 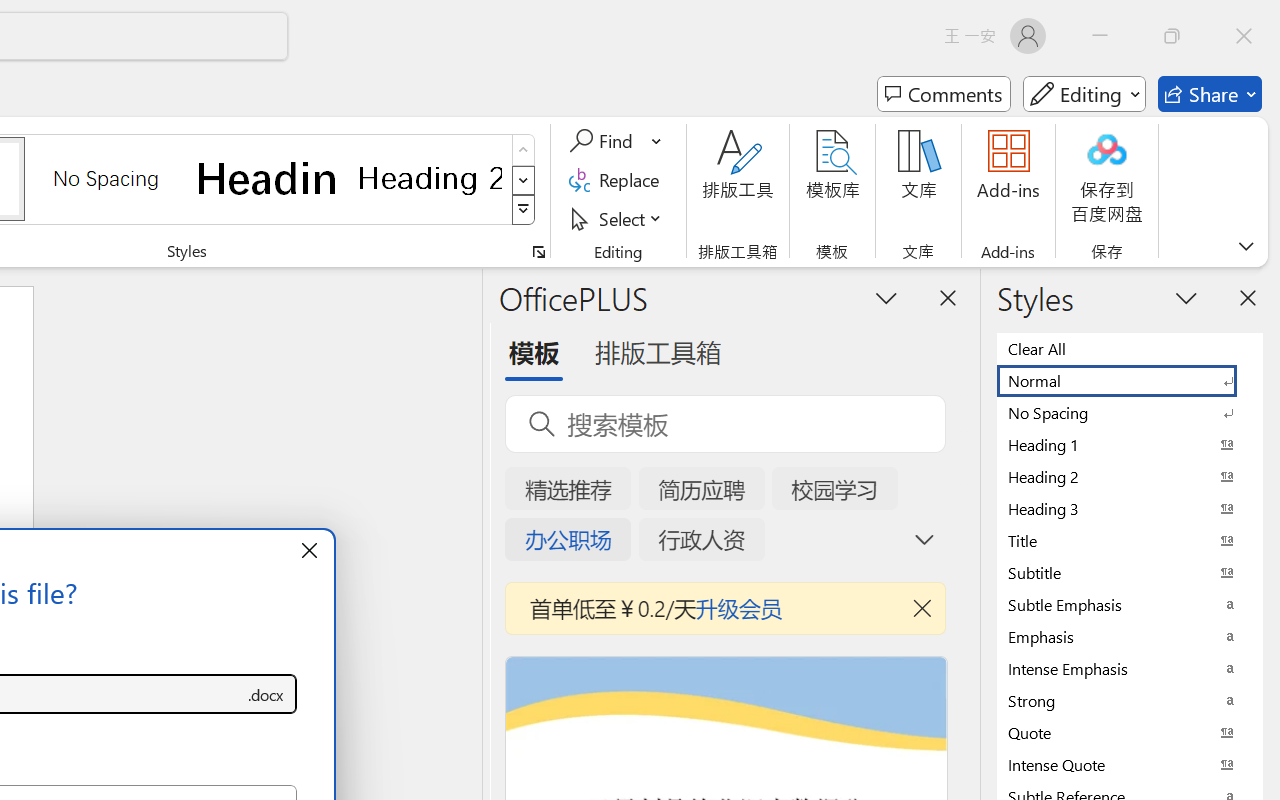 I want to click on 'Strong', so click(x=1130, y=700).